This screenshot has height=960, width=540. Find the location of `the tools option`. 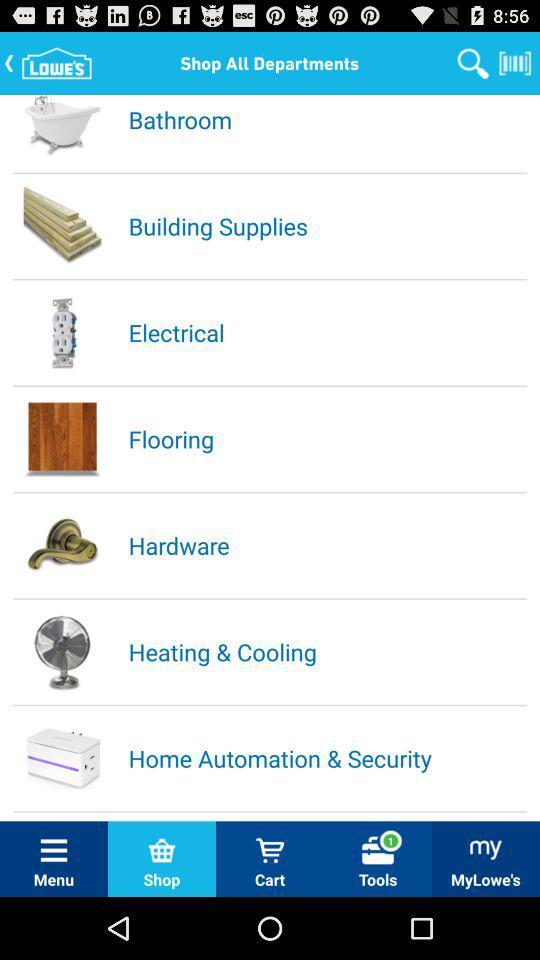

the tools option is located at coordinates (378, 849).